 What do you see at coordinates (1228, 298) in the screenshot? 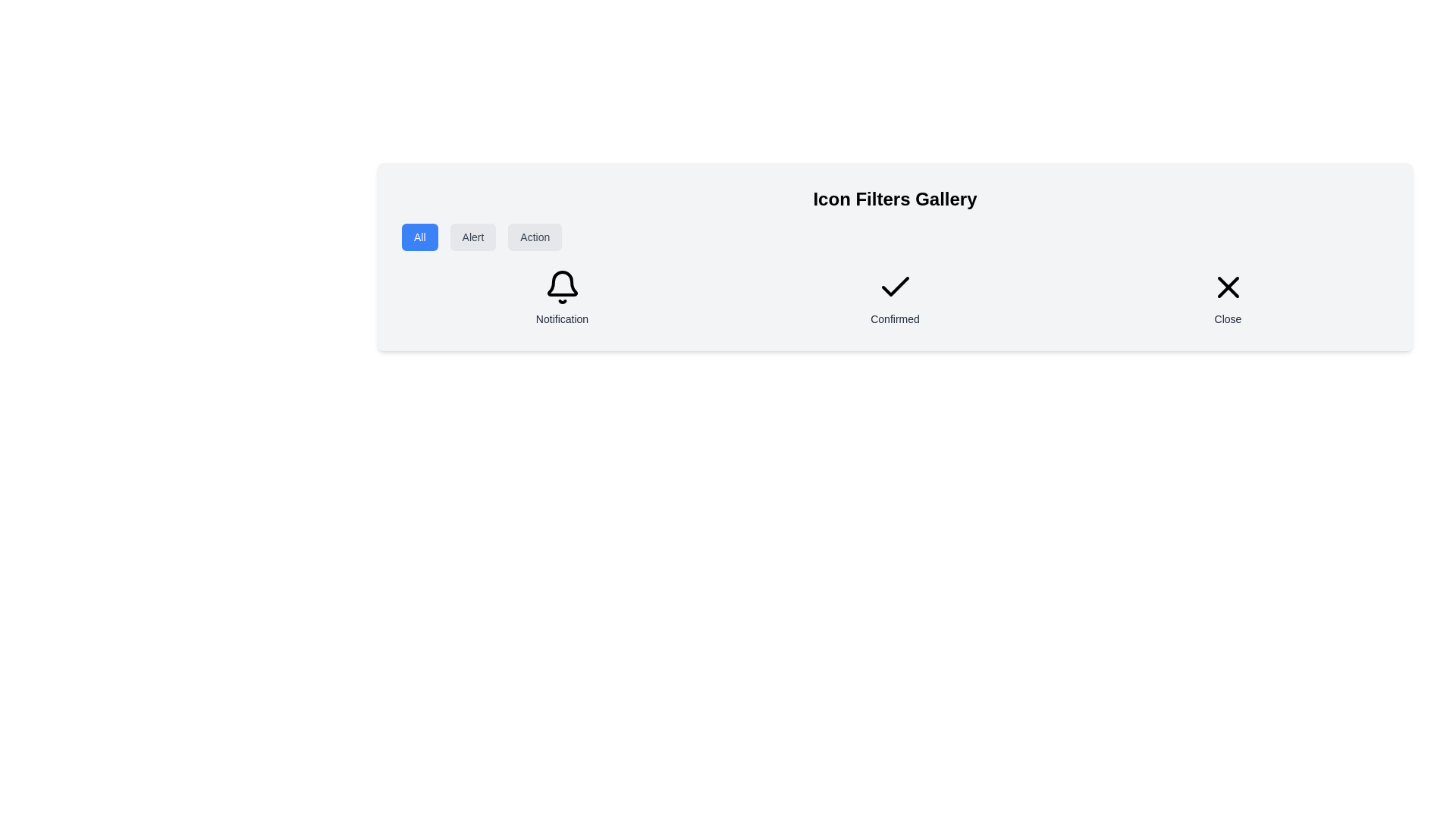
I see `the 'Close' button which features an 'X' icon above the label` at bounding box center [1228, 298].